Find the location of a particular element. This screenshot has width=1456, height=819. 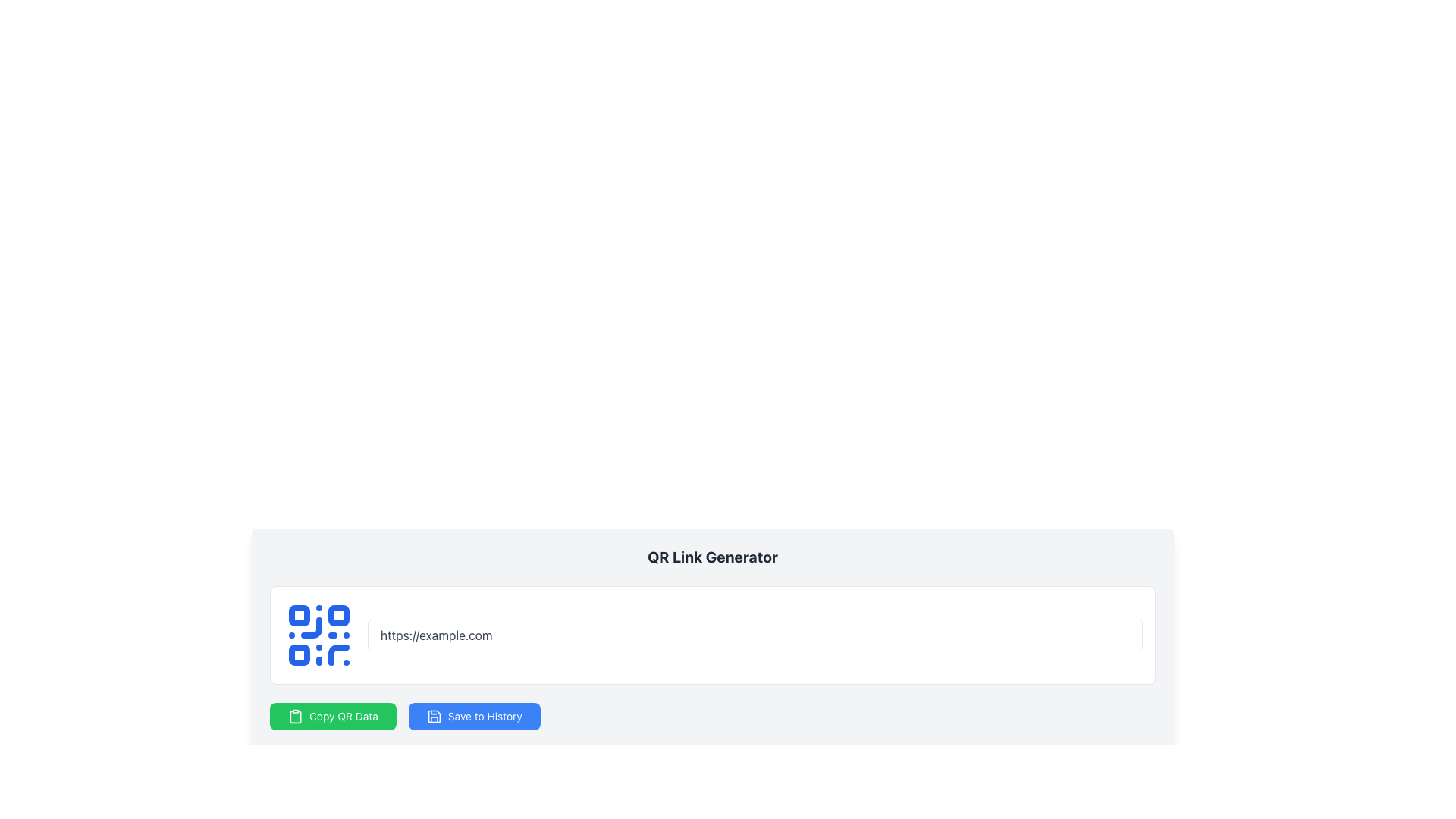

the save action icon located to the left of the 'Save to History' button in the lower right section of the interface is located at coordinates (433, 717).